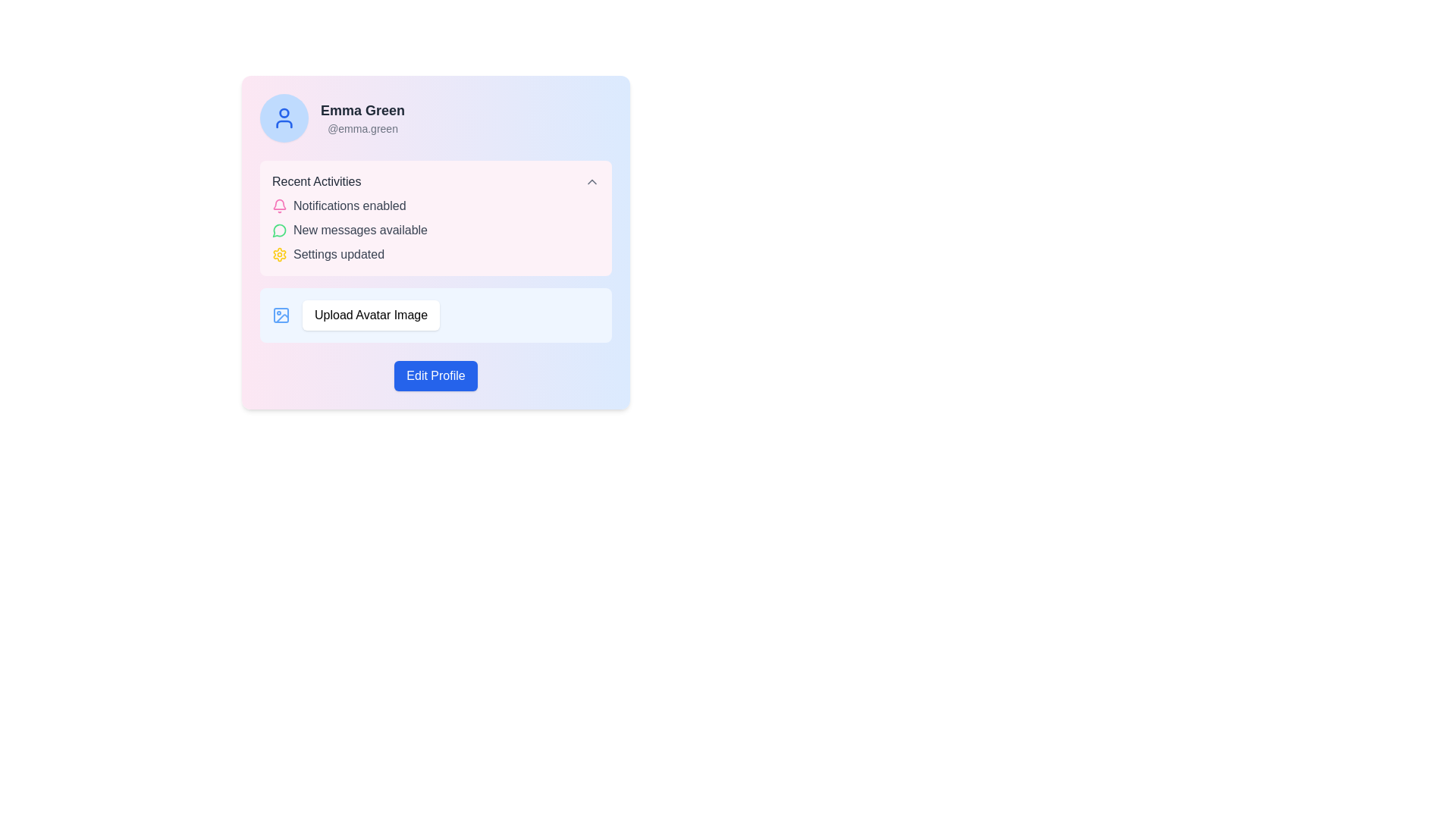  What do you see at coordinates (435, 250) in the screenshot?
I see `activity details from the Information display block located centrally within the card, below the user information section and above the 'Upload Avatar Image' option` at bounding box center [435, 250].